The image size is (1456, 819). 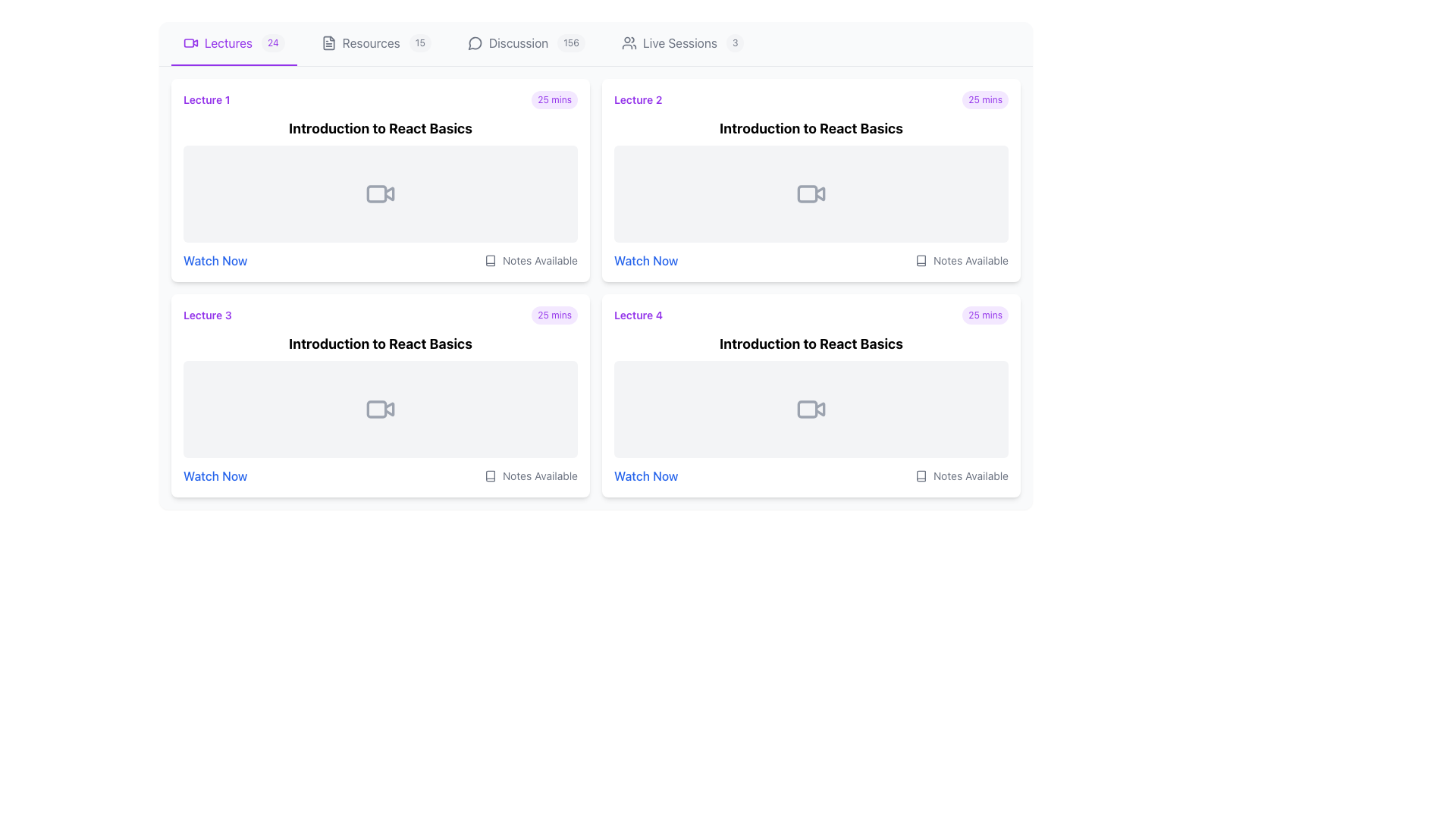 What do you see at coordinates (491, 259) in the screenshot?
I see `the notes availability icon located to the left of the 'Notes Available' text, which is positioned beneath the video thumbnail area for Lecture 1` at bounding box center [491, 259].